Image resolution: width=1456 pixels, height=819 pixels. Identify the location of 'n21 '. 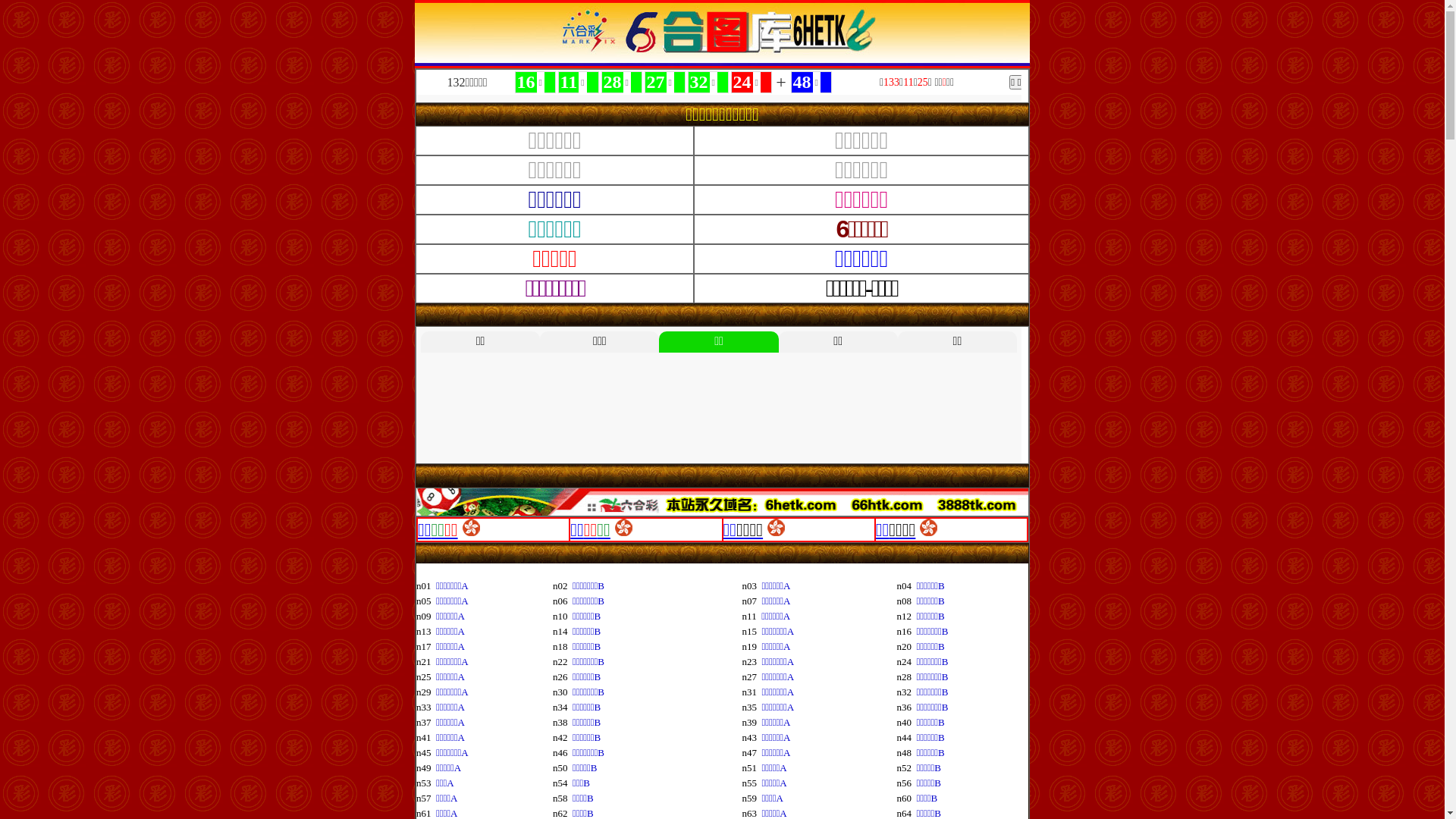
(425, 661).